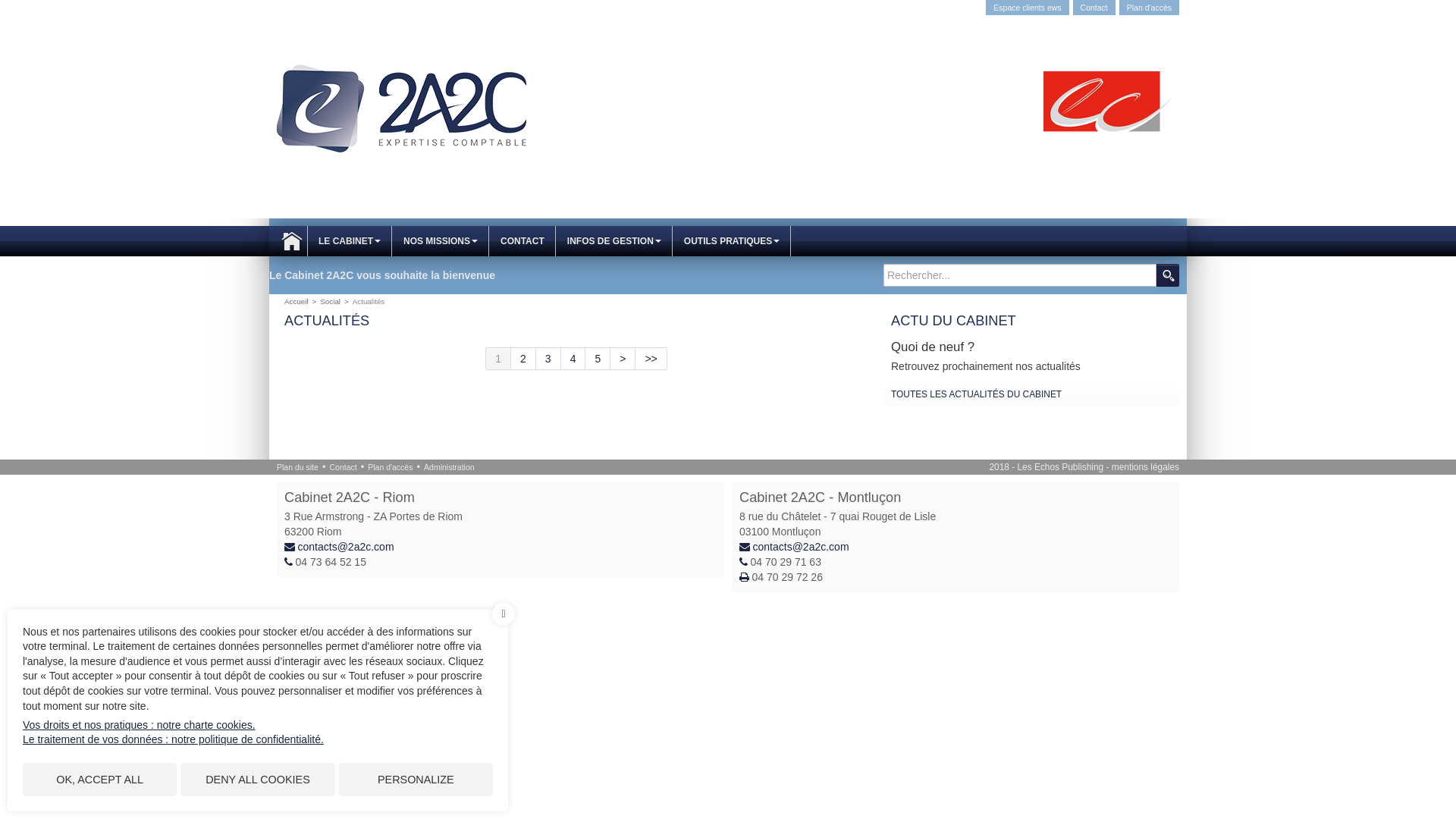  I want to click on 'INFOS DE GESTION', so click(614, 240).